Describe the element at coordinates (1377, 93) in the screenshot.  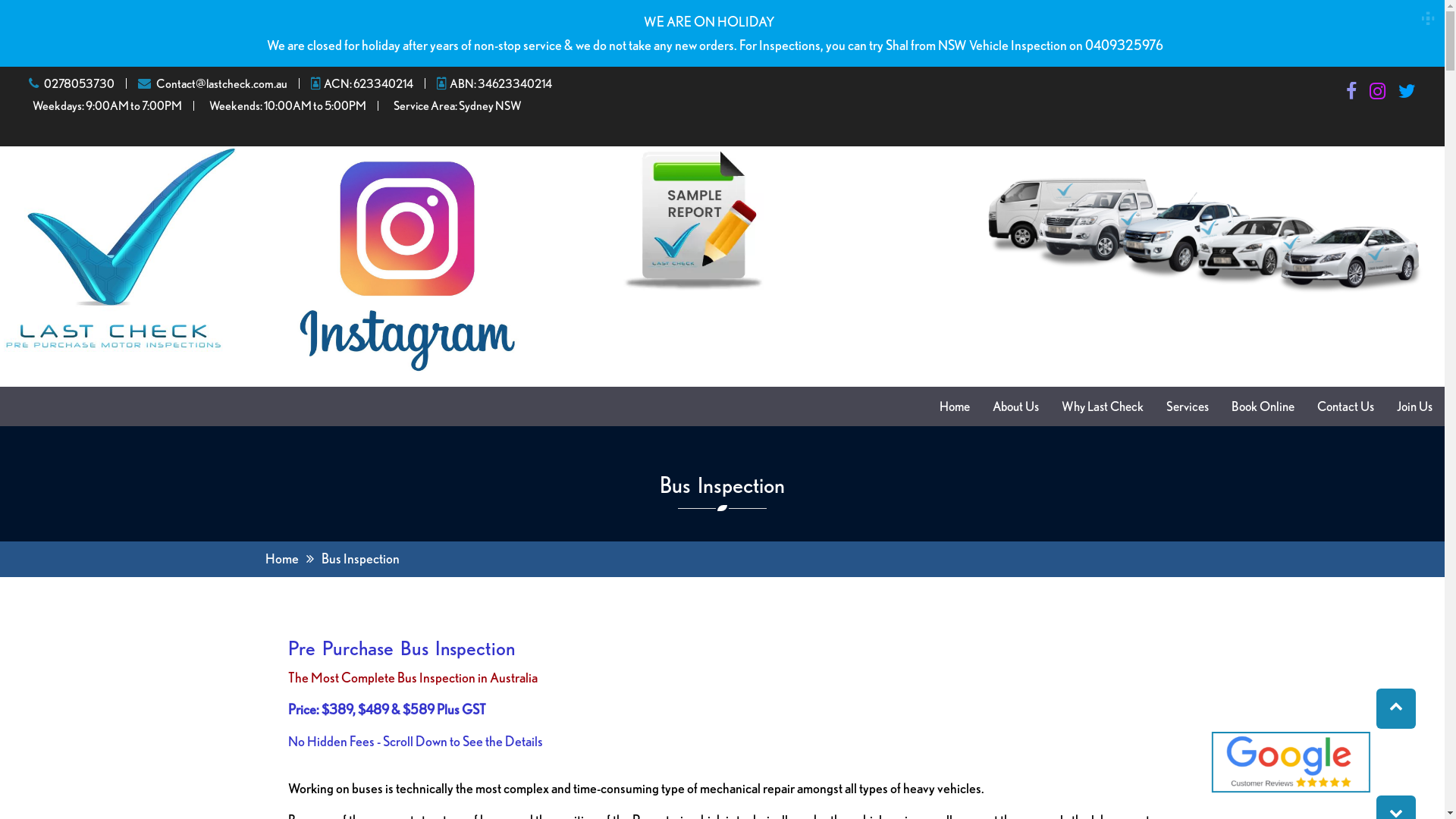
I see `'Instagram'` at that location.